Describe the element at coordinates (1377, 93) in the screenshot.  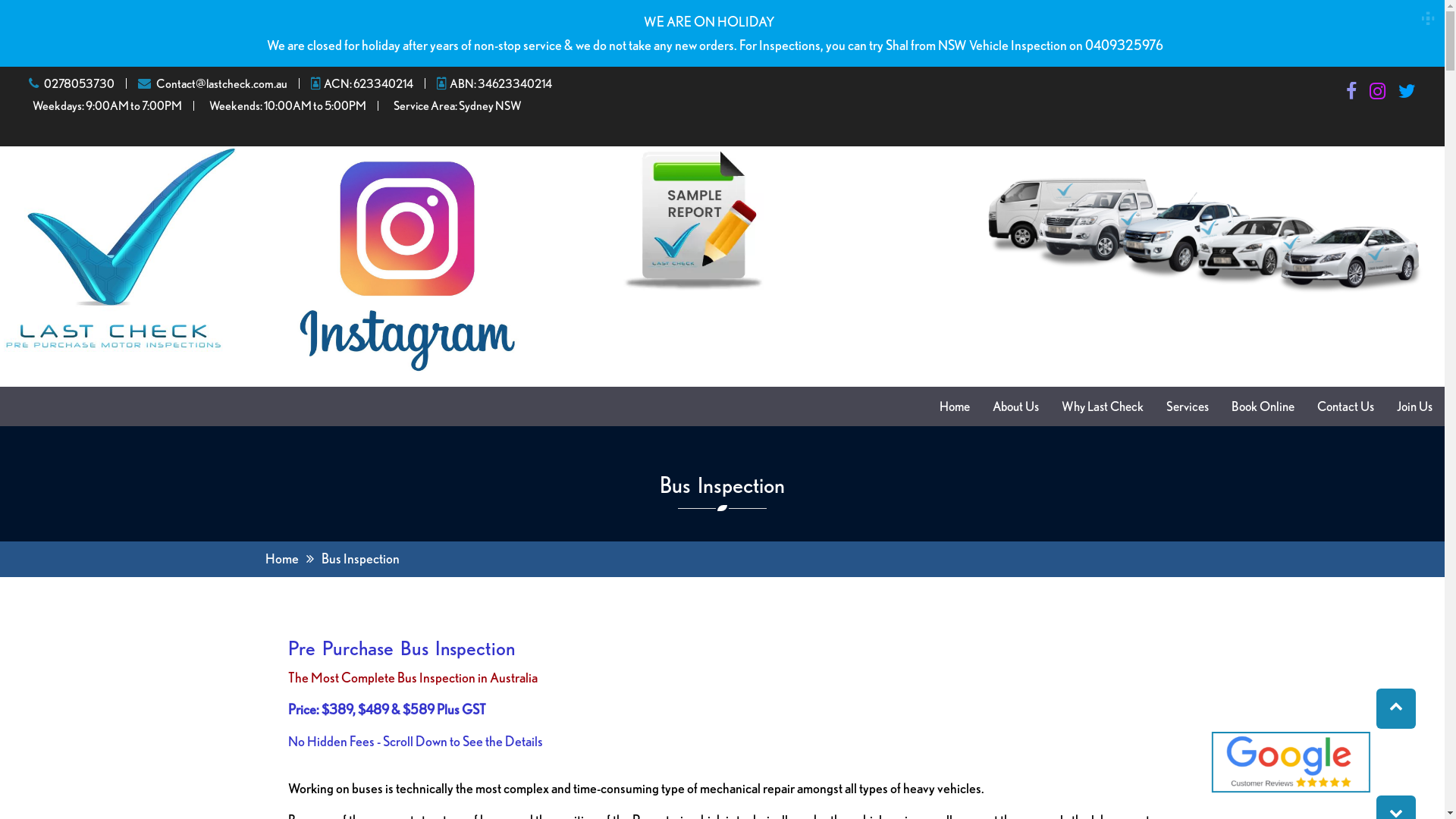
I see `'Instagram'` at that location.